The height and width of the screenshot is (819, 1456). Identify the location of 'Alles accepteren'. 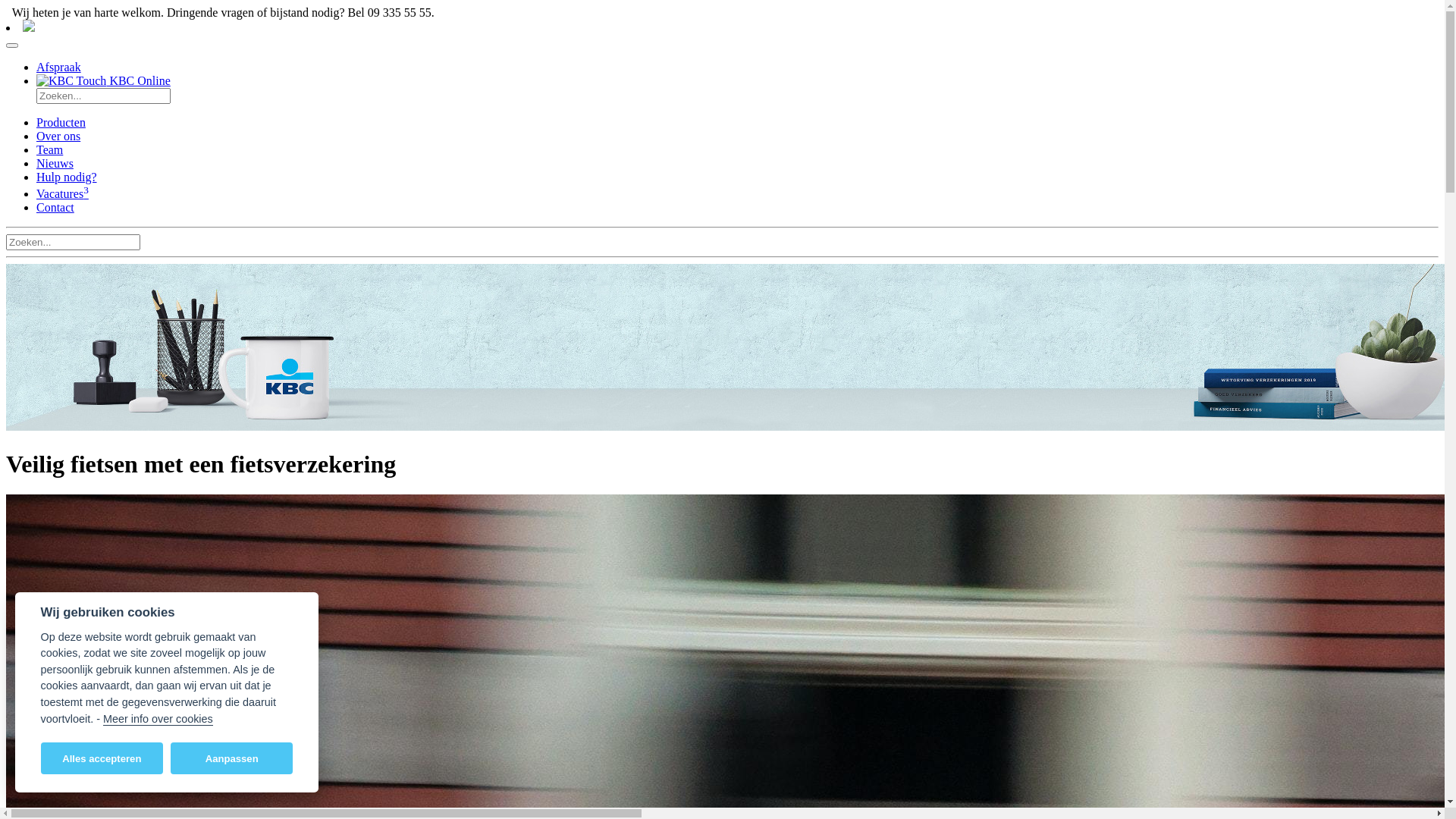
(40, 758).